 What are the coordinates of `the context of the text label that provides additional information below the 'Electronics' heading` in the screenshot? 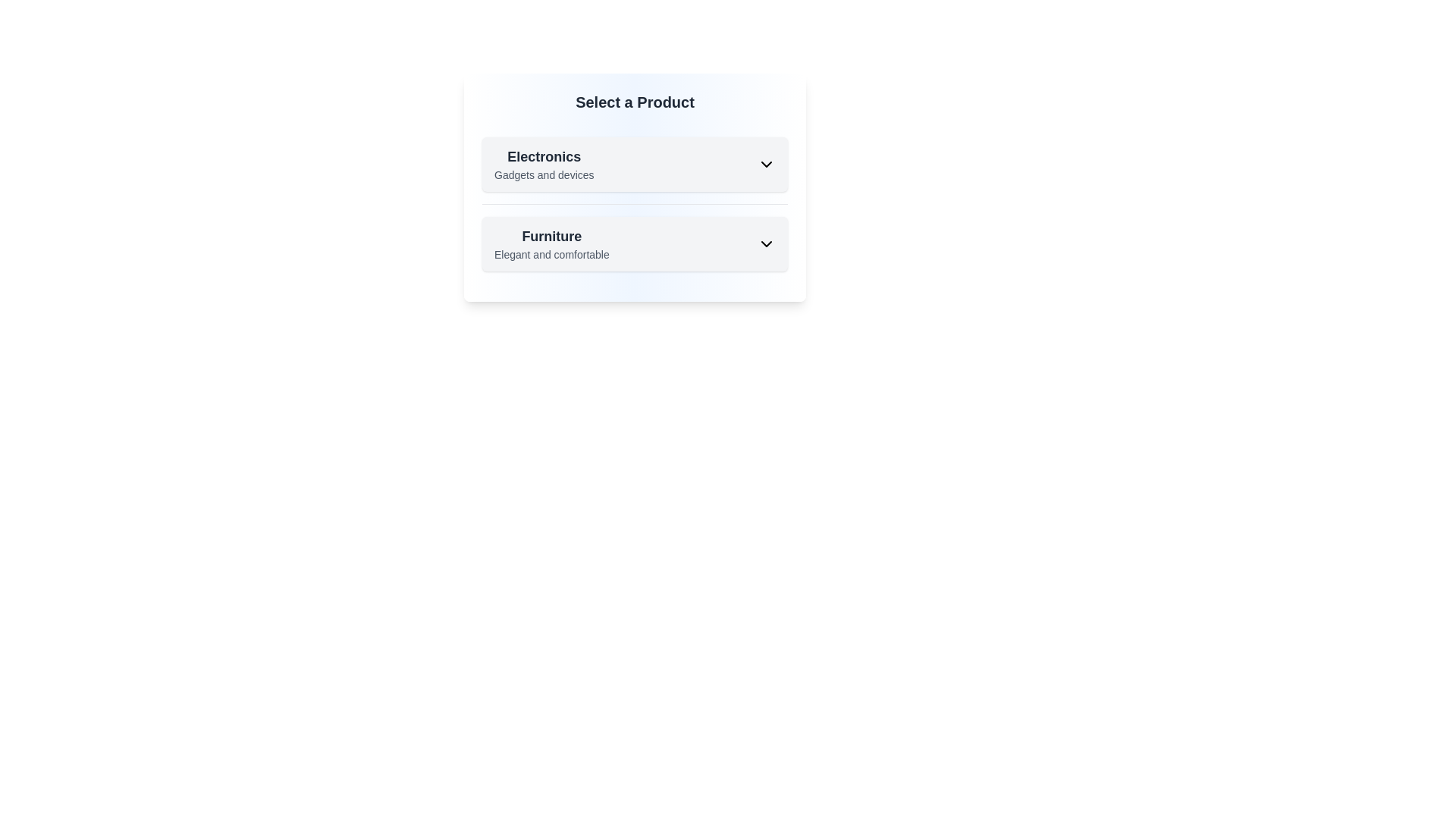 It's located at (544, 174).